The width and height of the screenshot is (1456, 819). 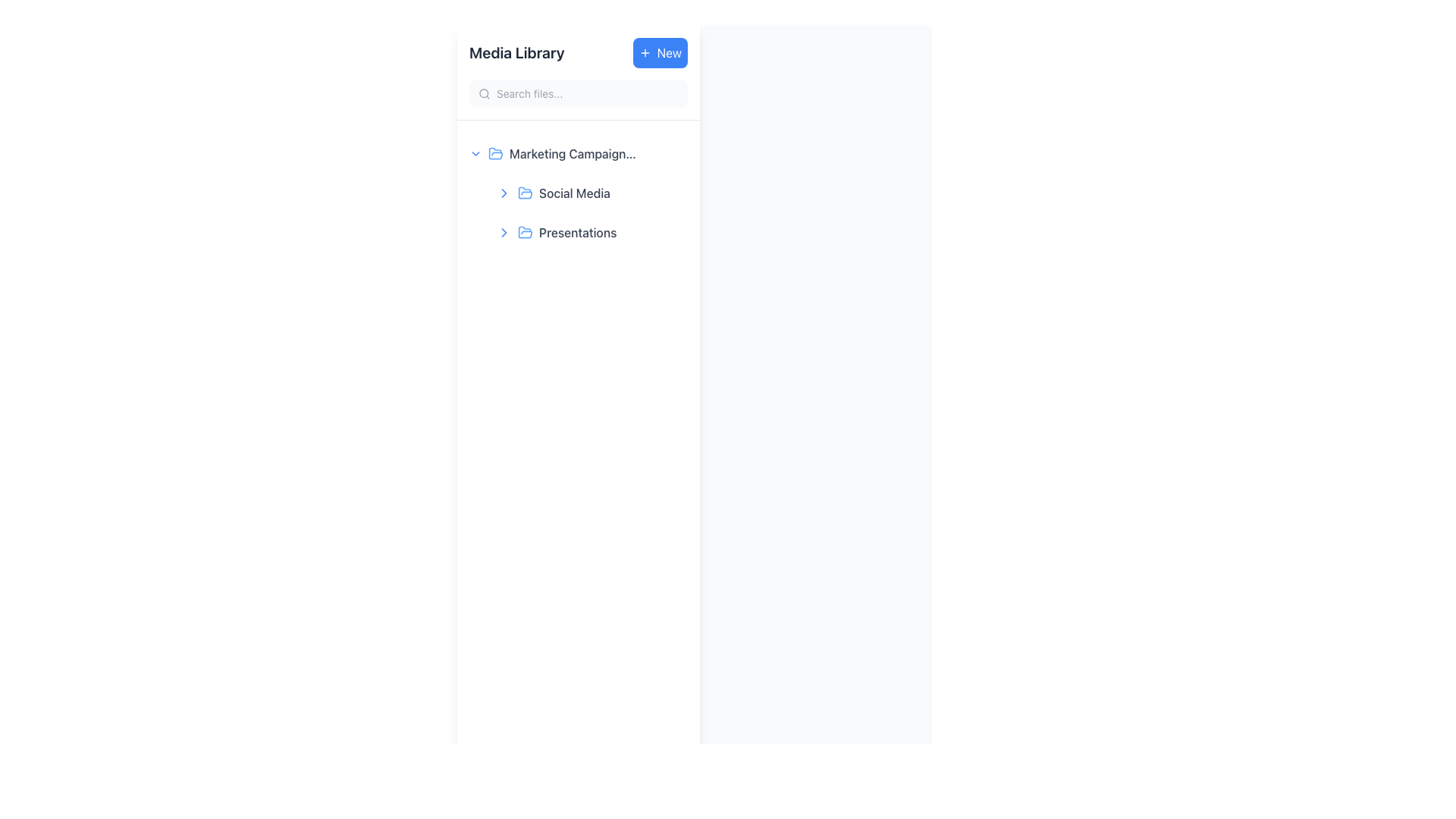 What do you see at coordinates (660, 52) in the screenshot?
I see `the blue button with rounded corners labeled 'New' to observe the hover effect` at bounding box center [660, 52].